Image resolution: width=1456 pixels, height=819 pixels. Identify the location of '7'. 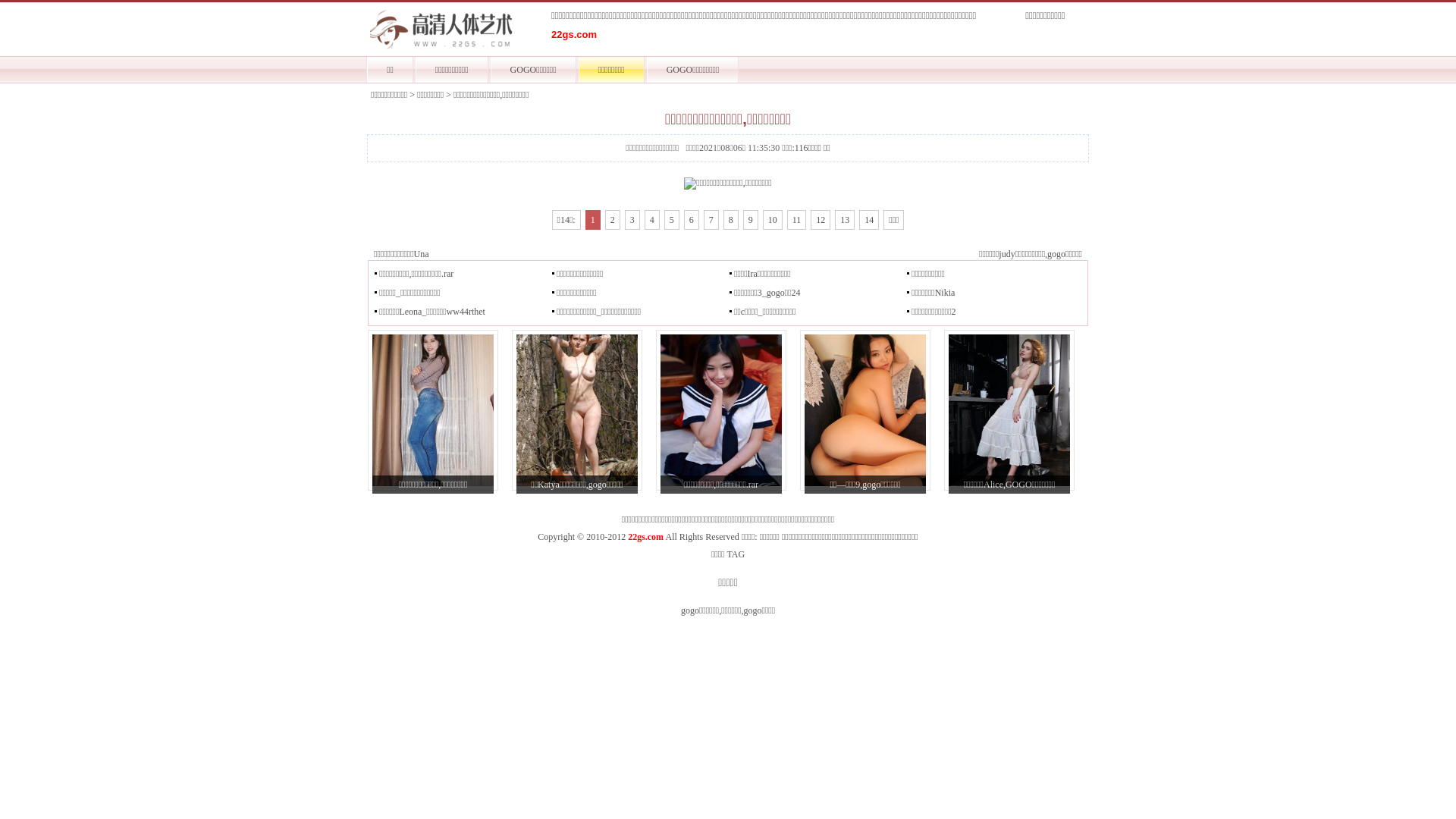
(702, 219).